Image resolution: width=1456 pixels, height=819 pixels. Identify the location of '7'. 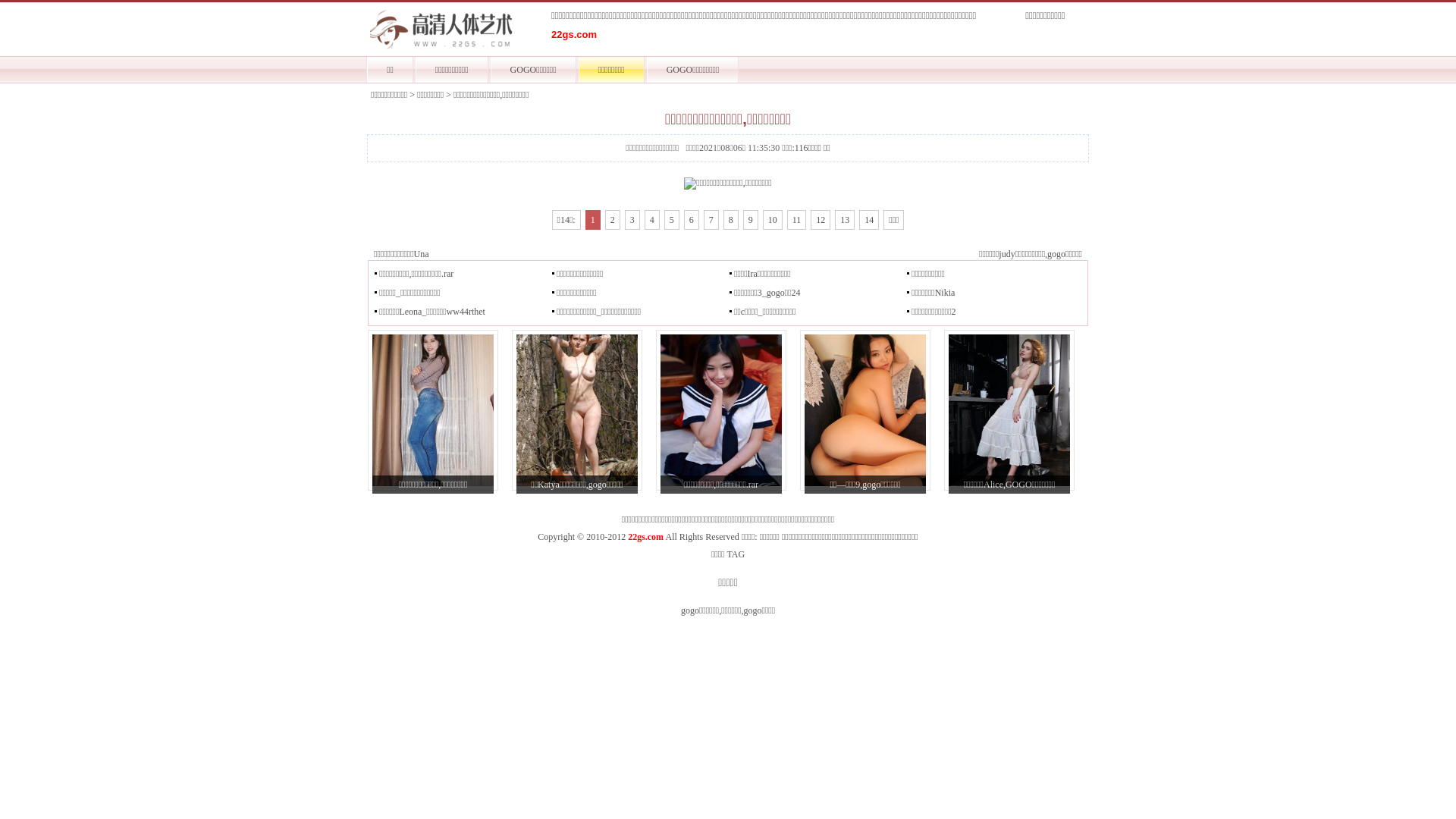
(702, 219).